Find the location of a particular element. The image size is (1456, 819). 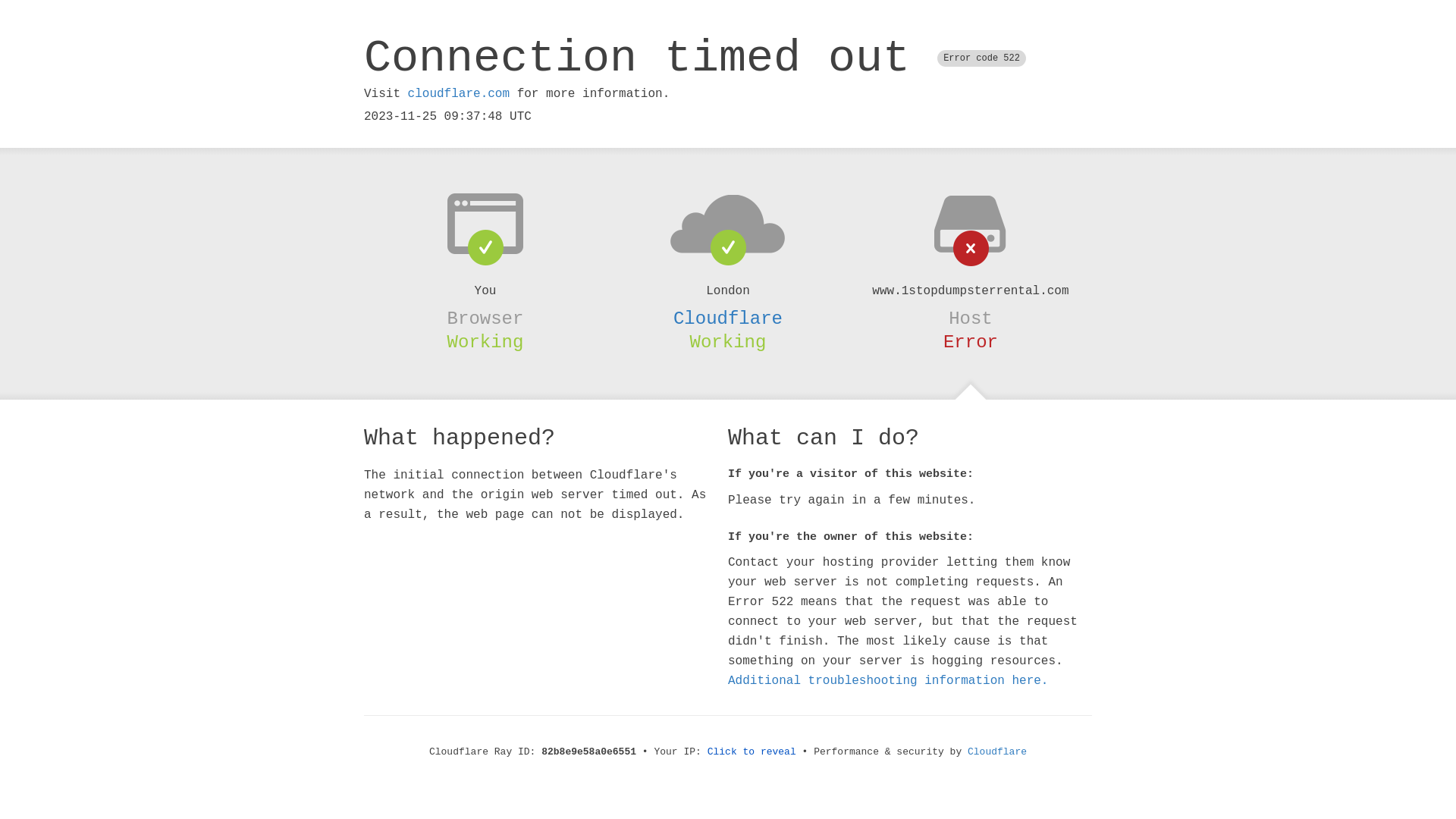

'cloudflare.com' is located at coordinates (457, 93).